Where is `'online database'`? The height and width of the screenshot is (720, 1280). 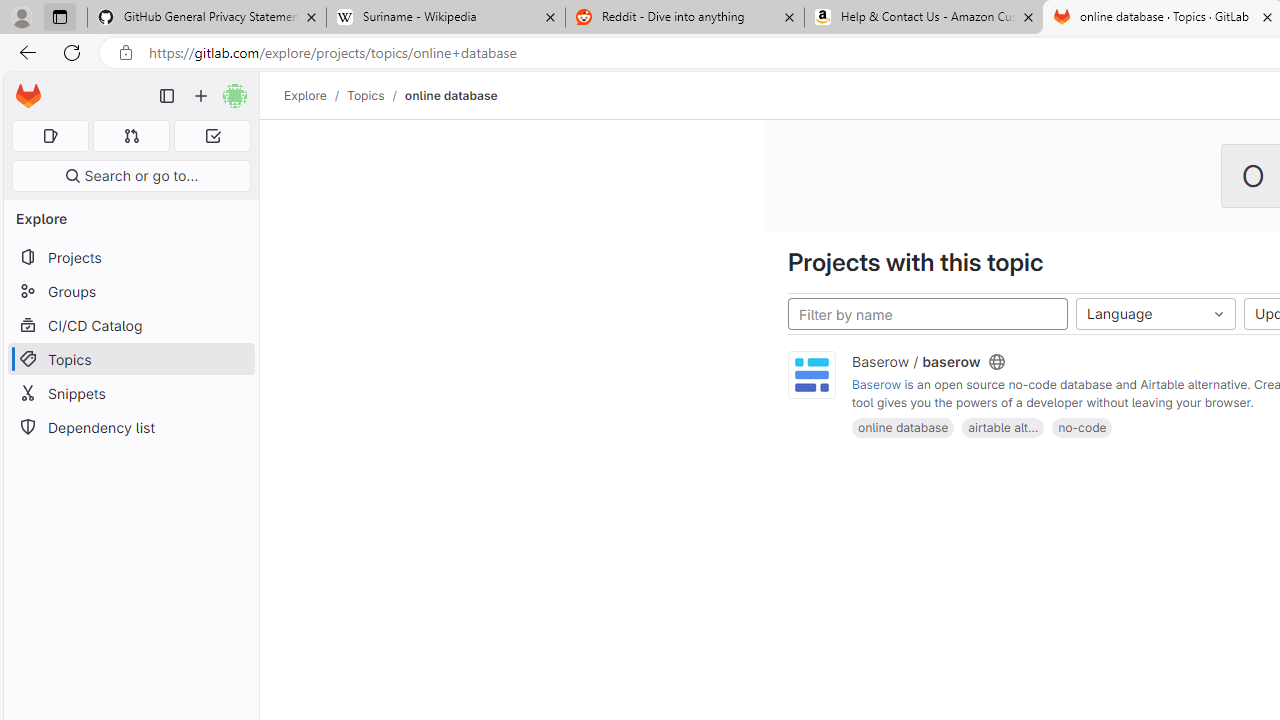 'online database' is located at coordinates (902, 426).